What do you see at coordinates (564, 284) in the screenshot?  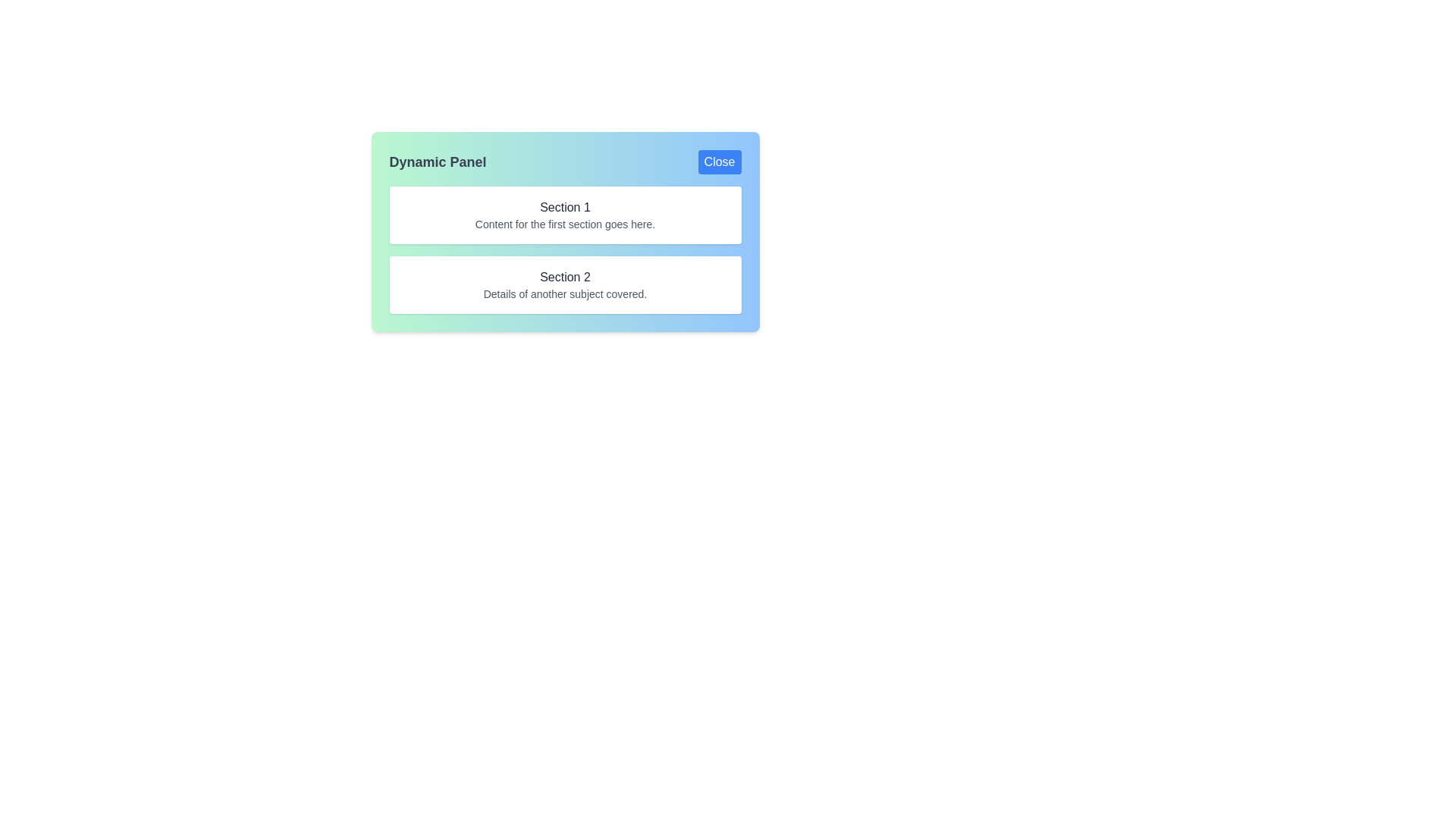 I see `the Informational section titled 'Section 2' which contains the description 'Details of another subject covered.'` at bounding box center [564, 284].